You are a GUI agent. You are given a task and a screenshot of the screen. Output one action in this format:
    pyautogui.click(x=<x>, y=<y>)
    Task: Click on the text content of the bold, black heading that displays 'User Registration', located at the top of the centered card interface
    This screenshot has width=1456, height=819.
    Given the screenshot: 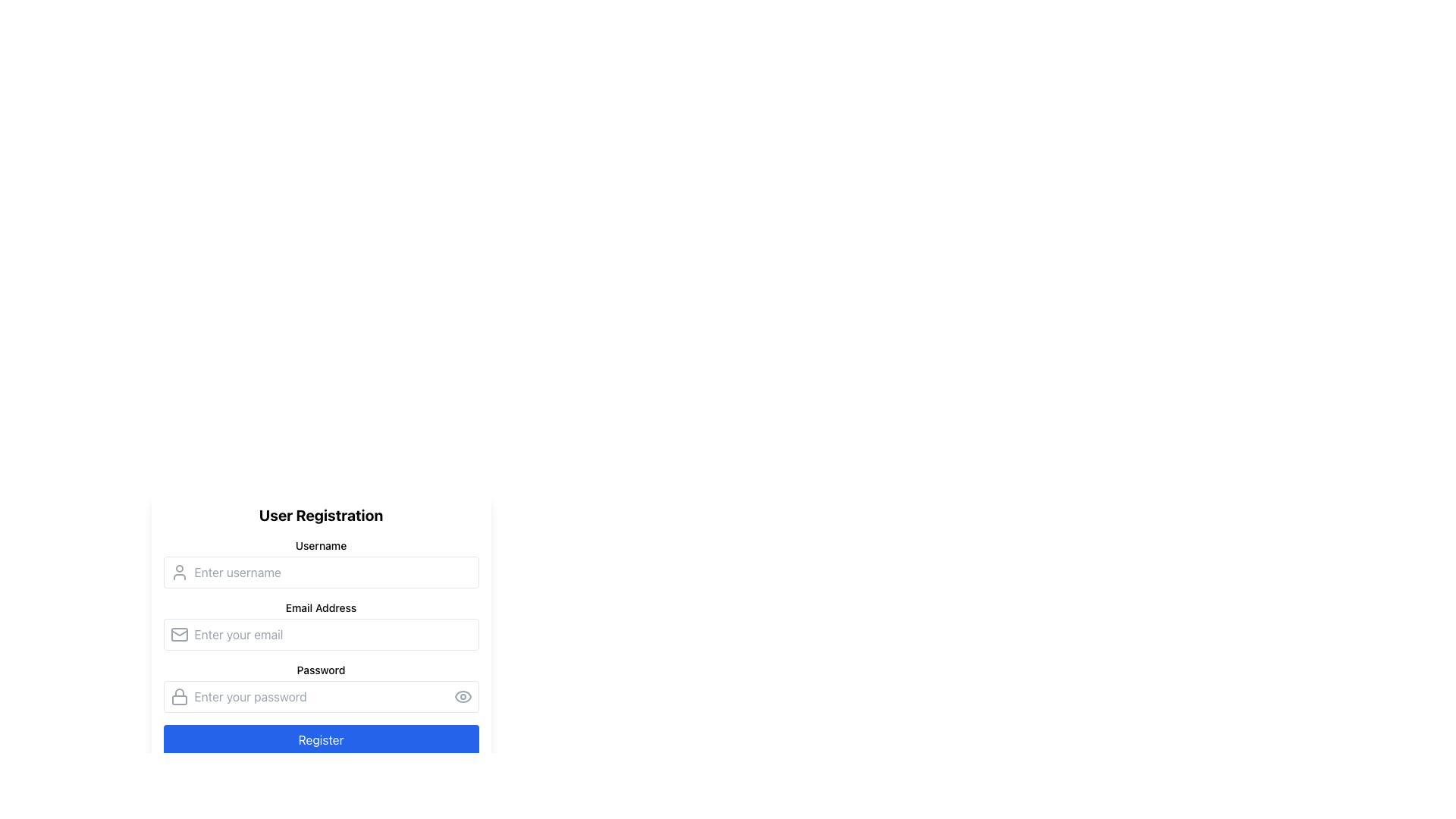 What is the action you would take?
    pyautogui.click(x=320, y=514)
    